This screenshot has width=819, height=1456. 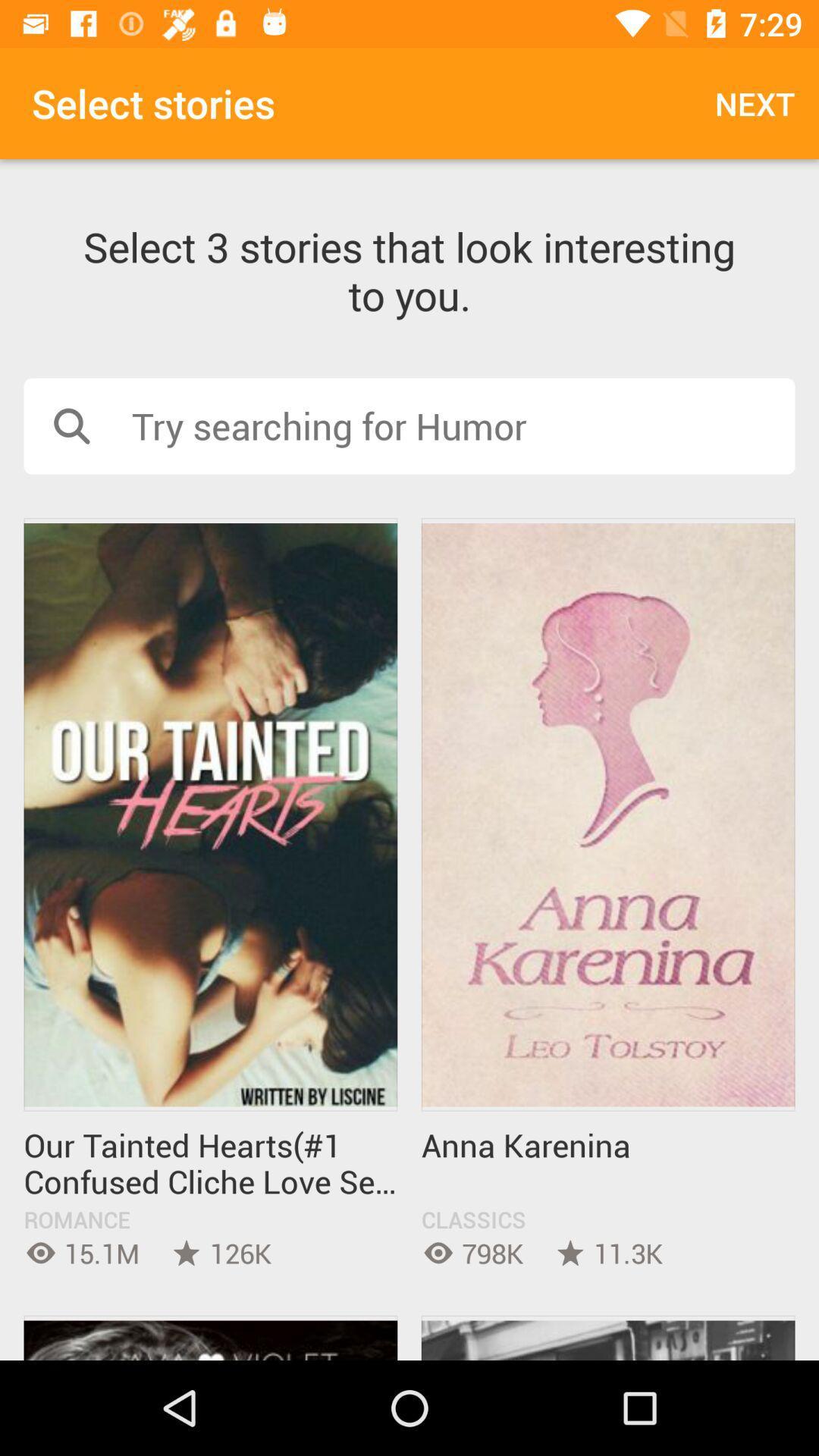 What do you see at coordinates (755, 102) in the screenshot?
I see `item above the select 3 stories item` at bounding box center [755, 102].